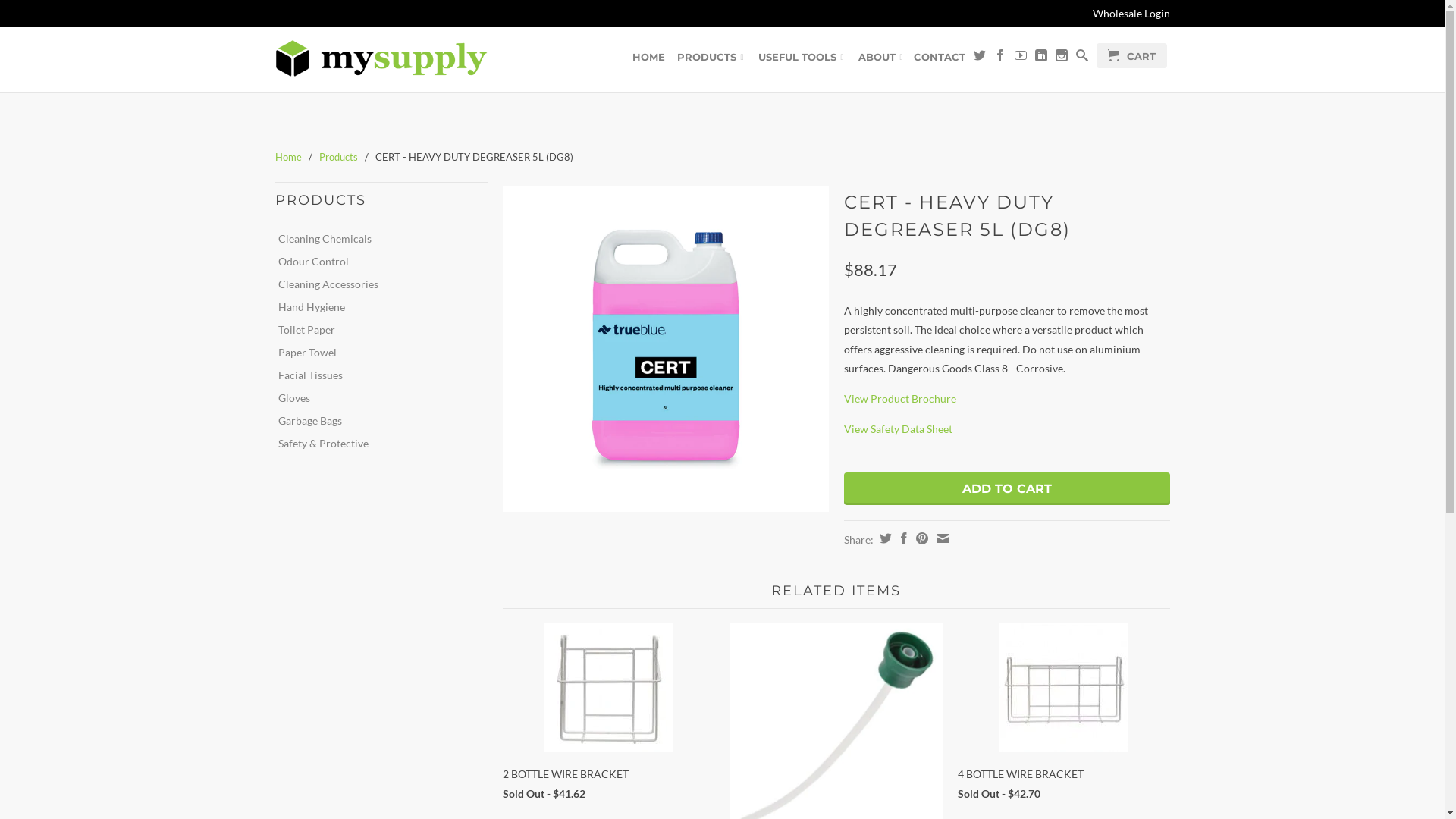  Describe the element at coordinates (931, 537) in the screenshot. I see `'Email this to a friend'` at that location.